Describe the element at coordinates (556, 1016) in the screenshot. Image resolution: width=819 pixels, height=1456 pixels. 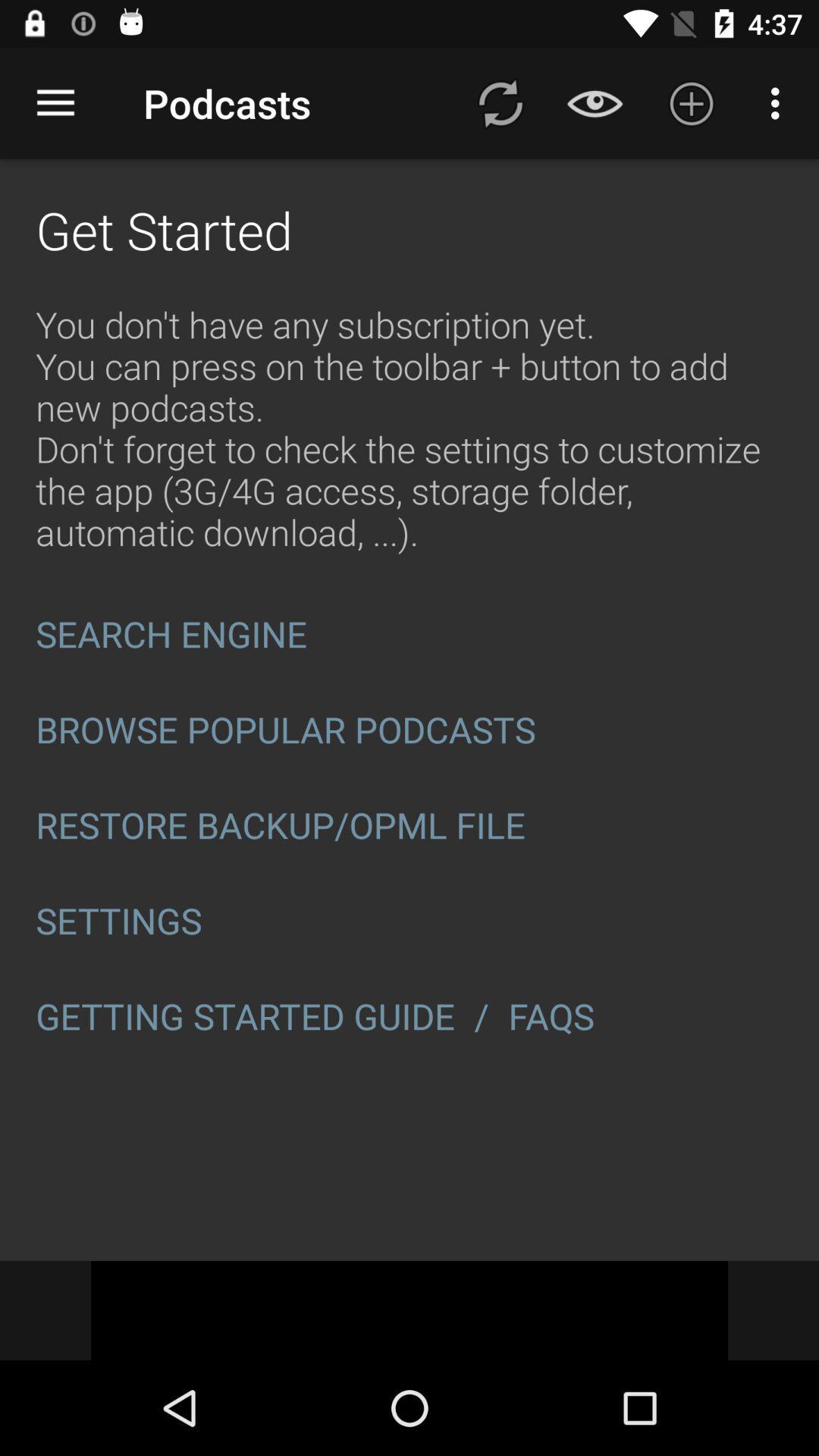
I see `item to the right of  /  icon` at that location.